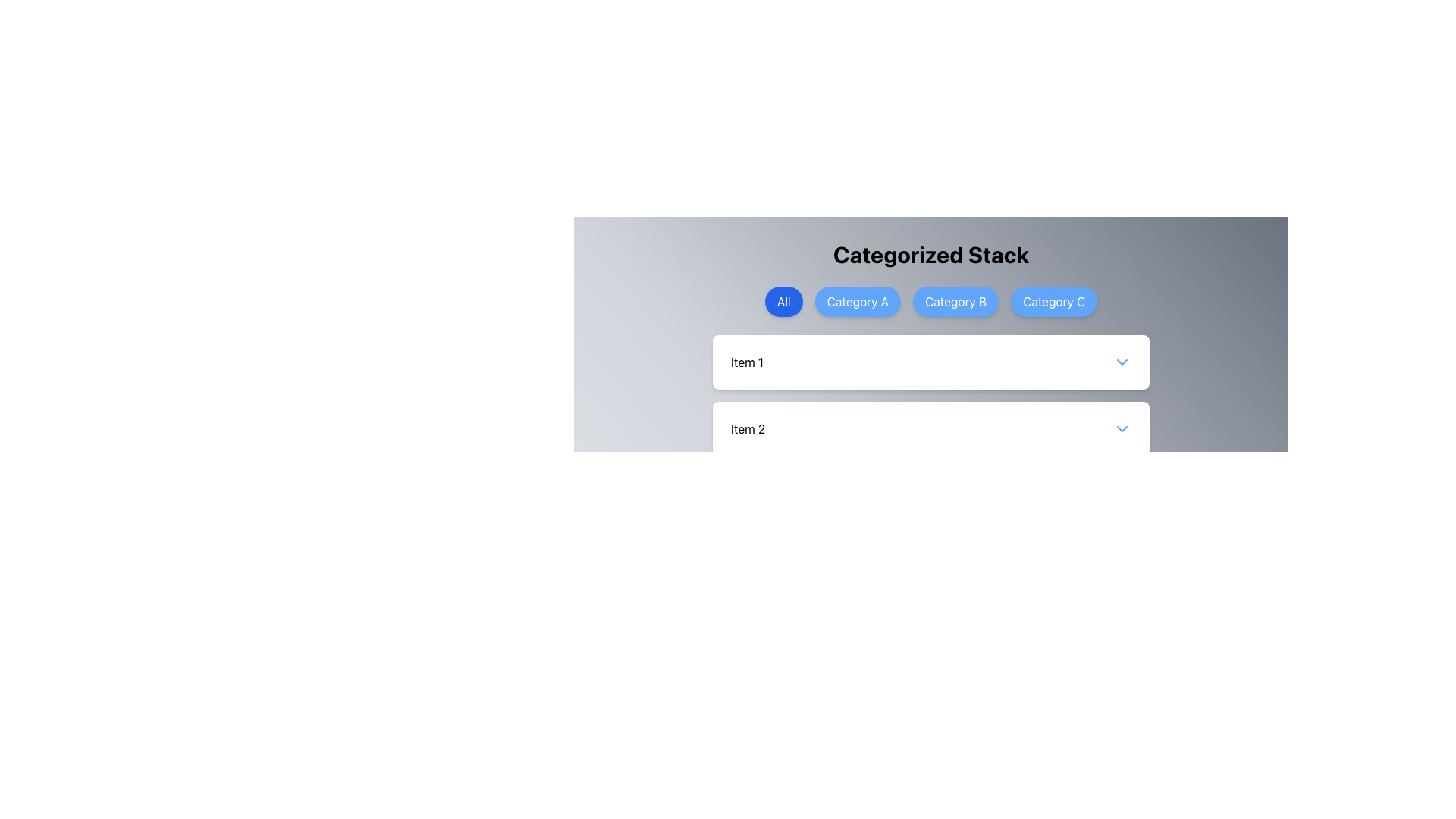  I want to click on the 'Category A' button, the second button in the group of four, so click(858, 301).